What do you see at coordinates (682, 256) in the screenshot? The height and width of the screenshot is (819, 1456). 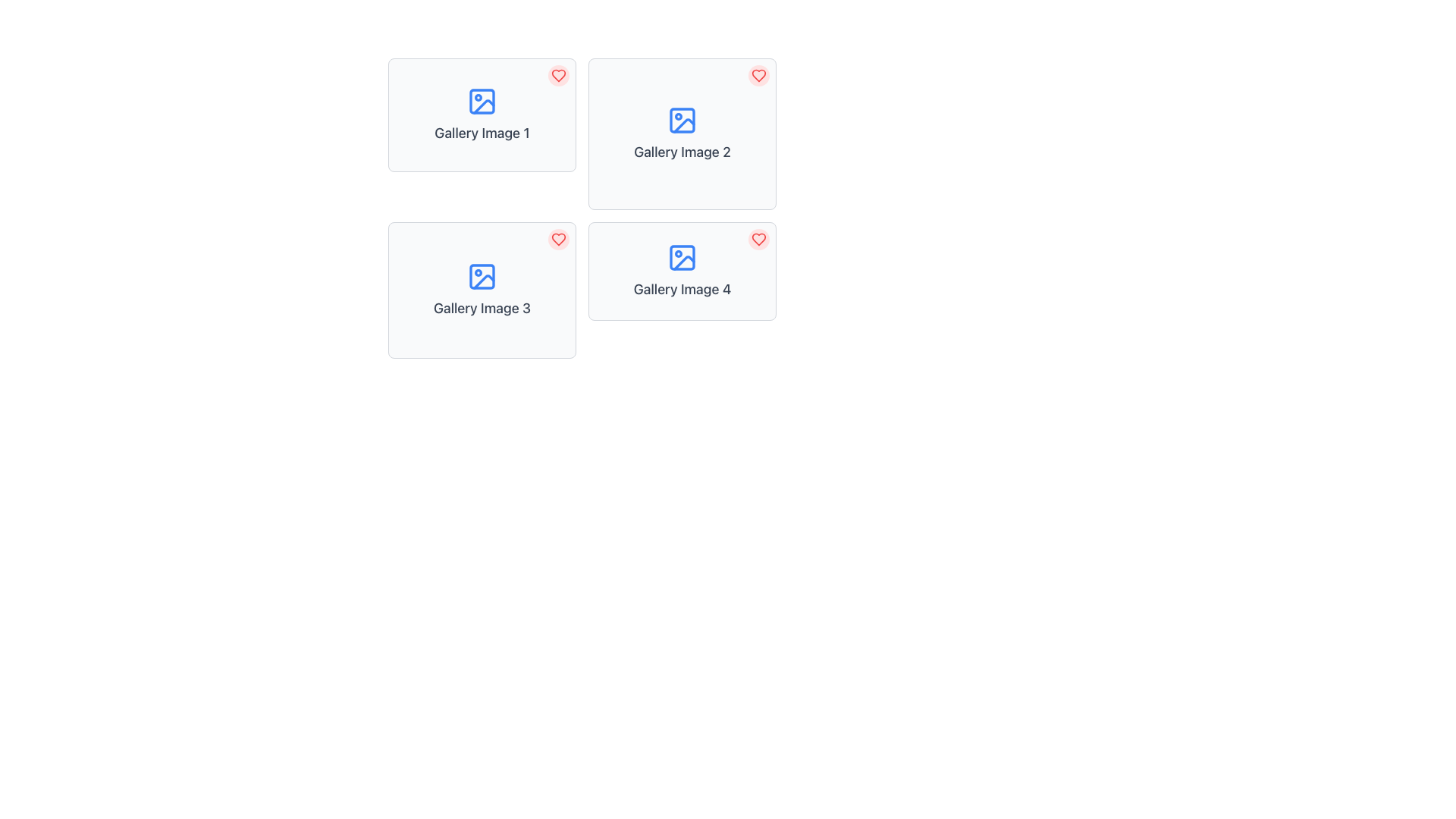 I see `the rectangular shape within the icon of 'Gallery Image 4', located in the bottom-right cell of the 2x2 grid of gallery images` at bounding box center [682, 256].